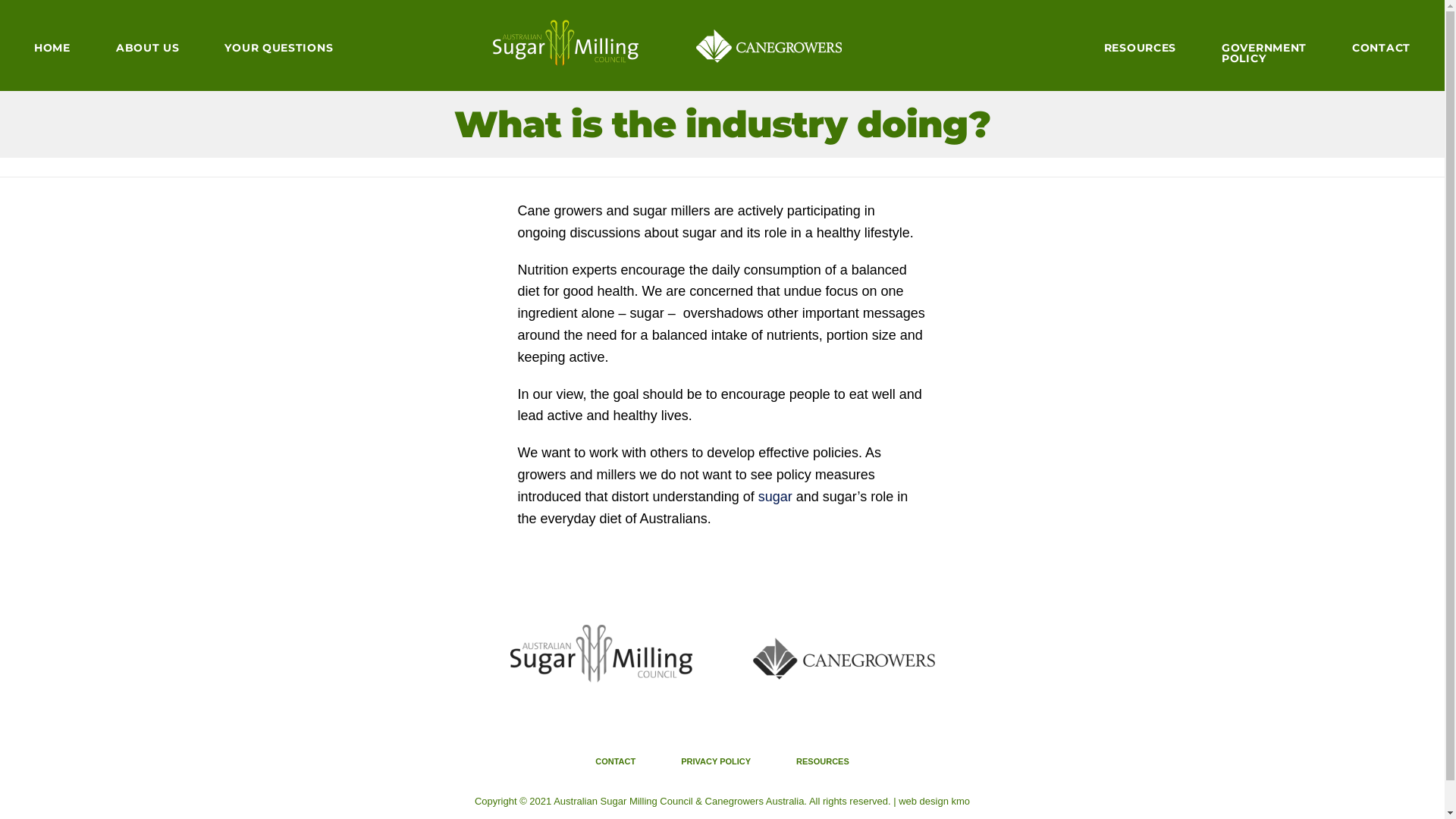 The height and width of the screenshot is (819, 1456). I want to click on 'PRIVACY POLICY', so click(715, 761).